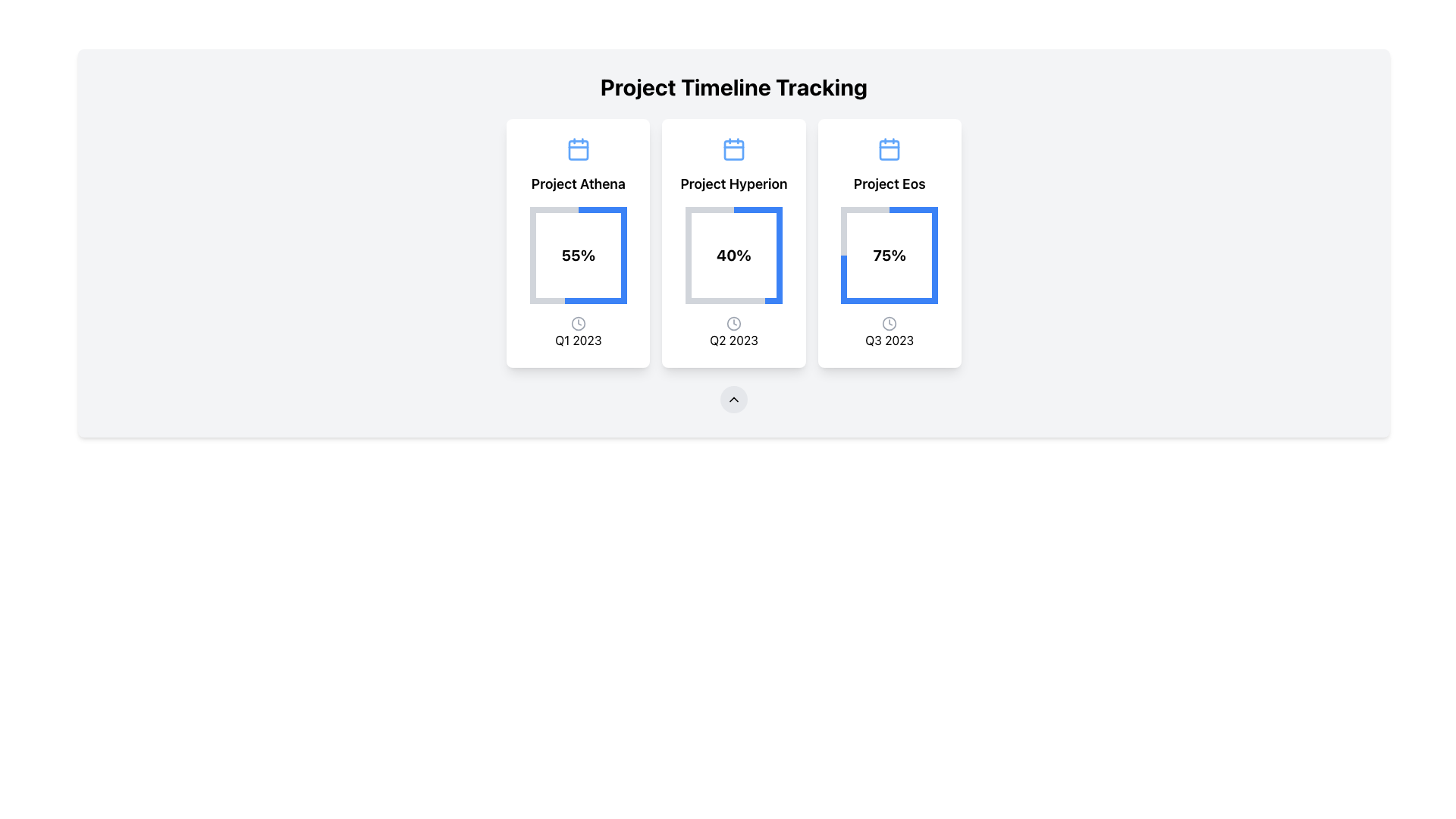 The image size is (1456, 819). What do you see at coordinates (890, 242) in the screenshot?
I see `the project progress summary card for 'Eos', which displays 75% completion and is located in the top-right corner of the grid layout` at bounding box center [890, 242].